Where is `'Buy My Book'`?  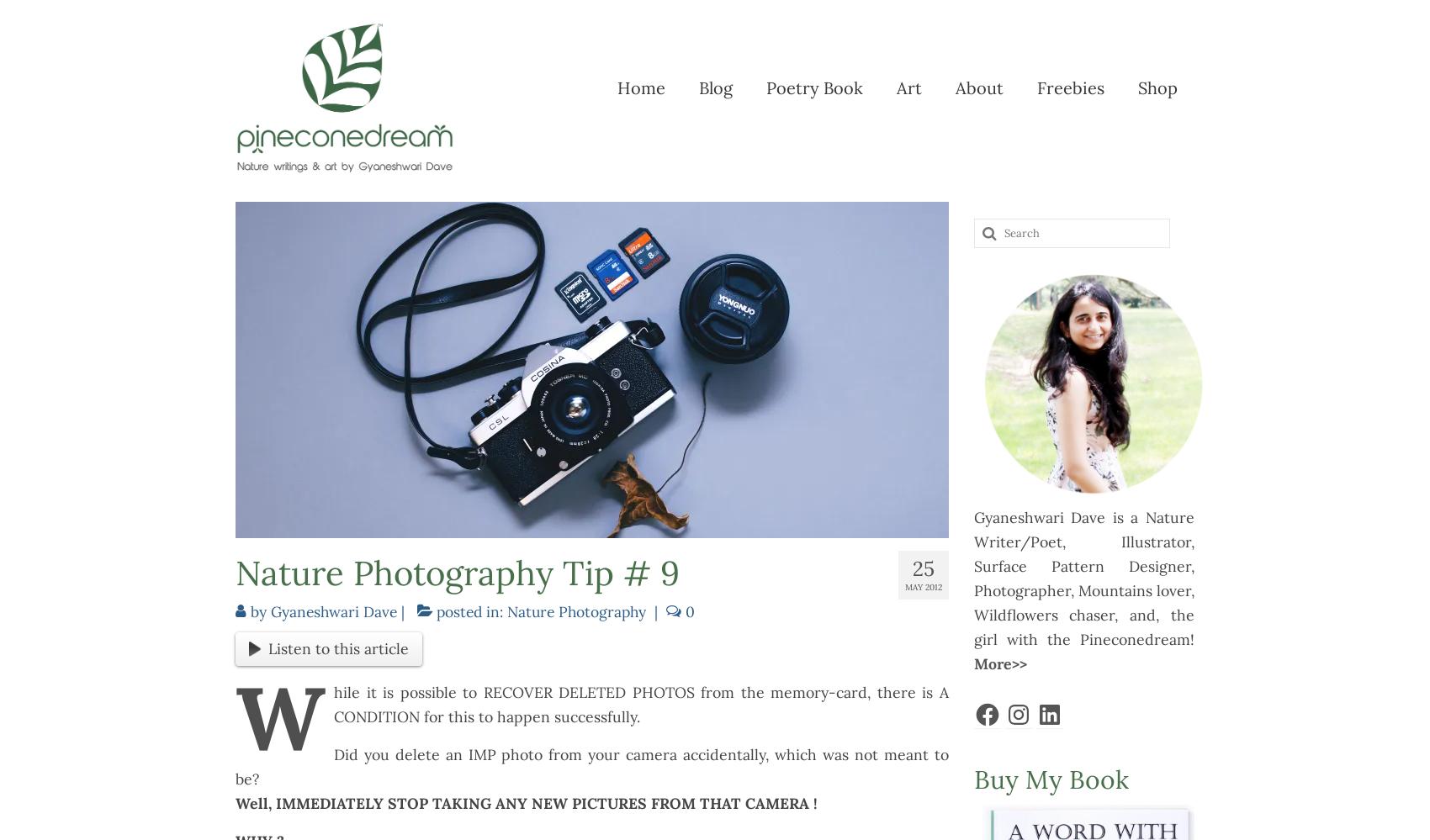
'Buy My Book' is located at coordinates (1049, 778).